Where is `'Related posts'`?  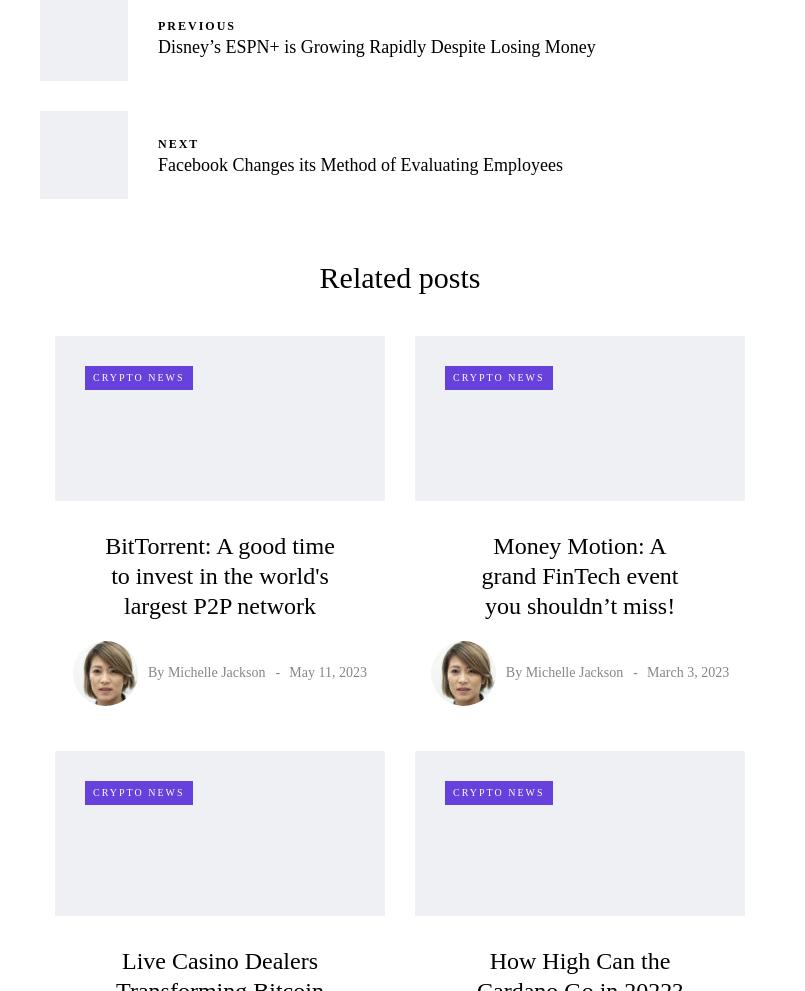 'Related posts' is located at coordinates (399, 275).